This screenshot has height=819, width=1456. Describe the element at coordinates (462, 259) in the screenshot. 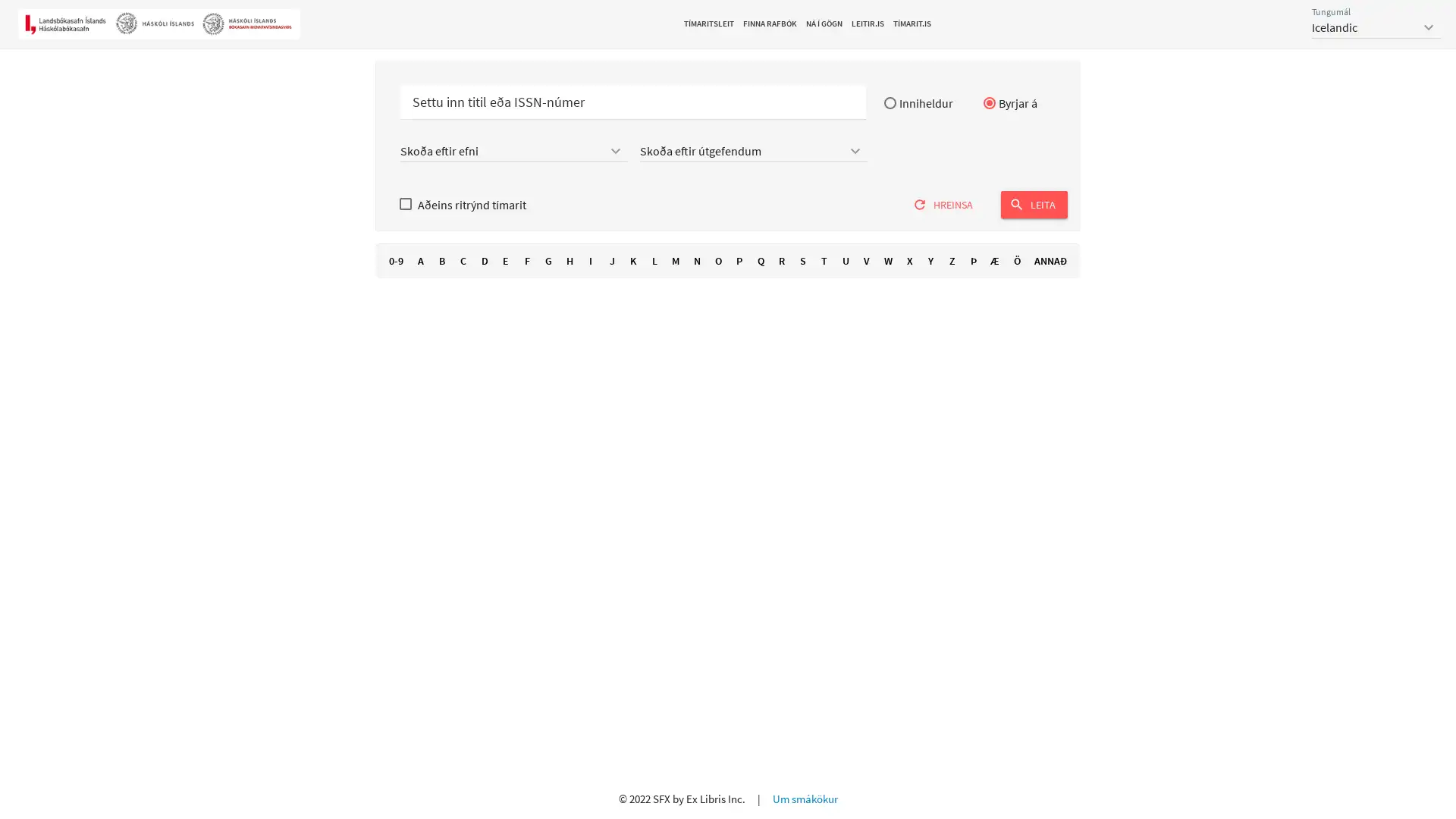

I see `C` at that location.